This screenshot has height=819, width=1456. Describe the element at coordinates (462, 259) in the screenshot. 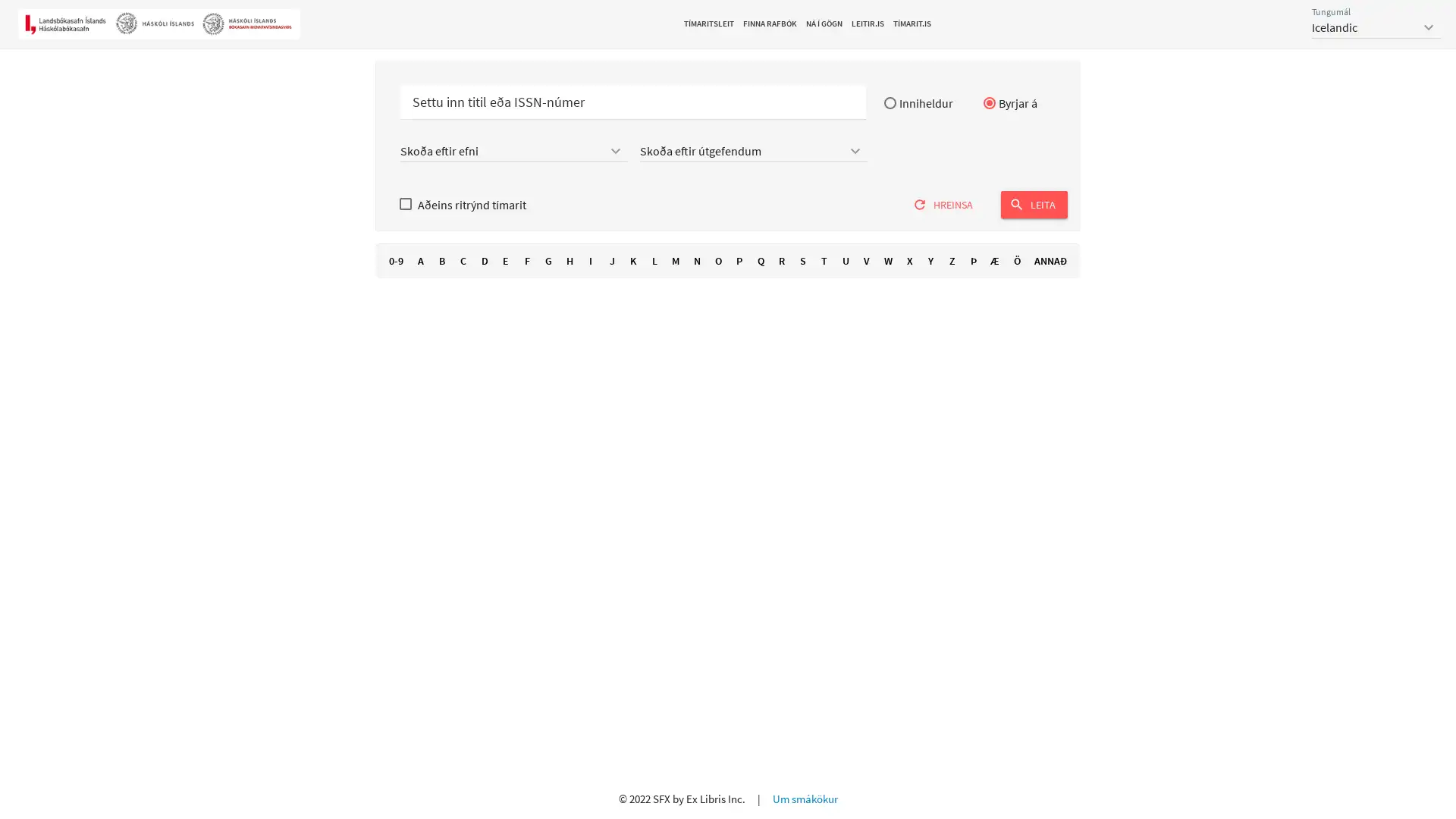

I see `C` at that location.